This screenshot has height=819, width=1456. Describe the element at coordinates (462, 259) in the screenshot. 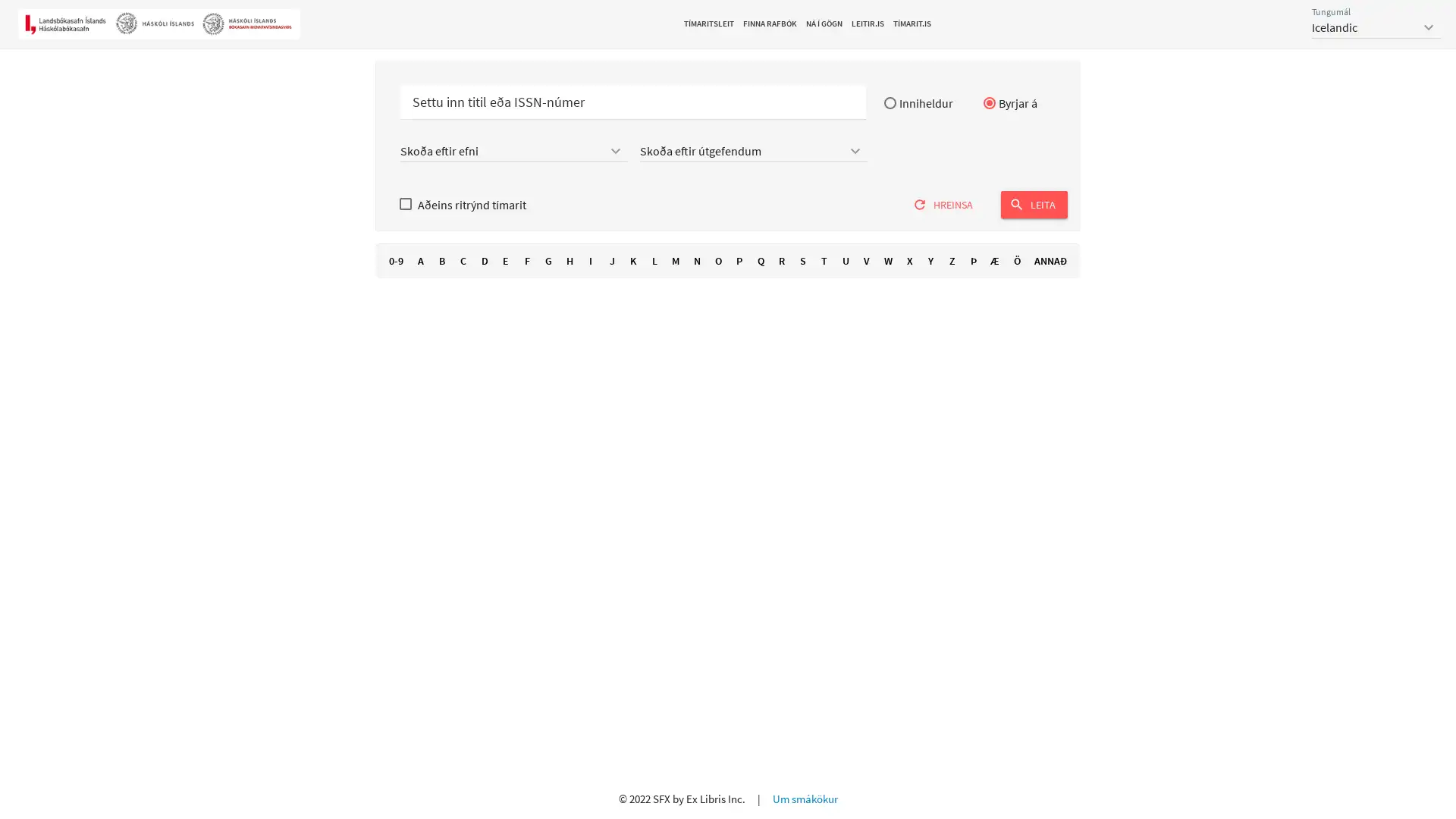

I see `C` at that location.